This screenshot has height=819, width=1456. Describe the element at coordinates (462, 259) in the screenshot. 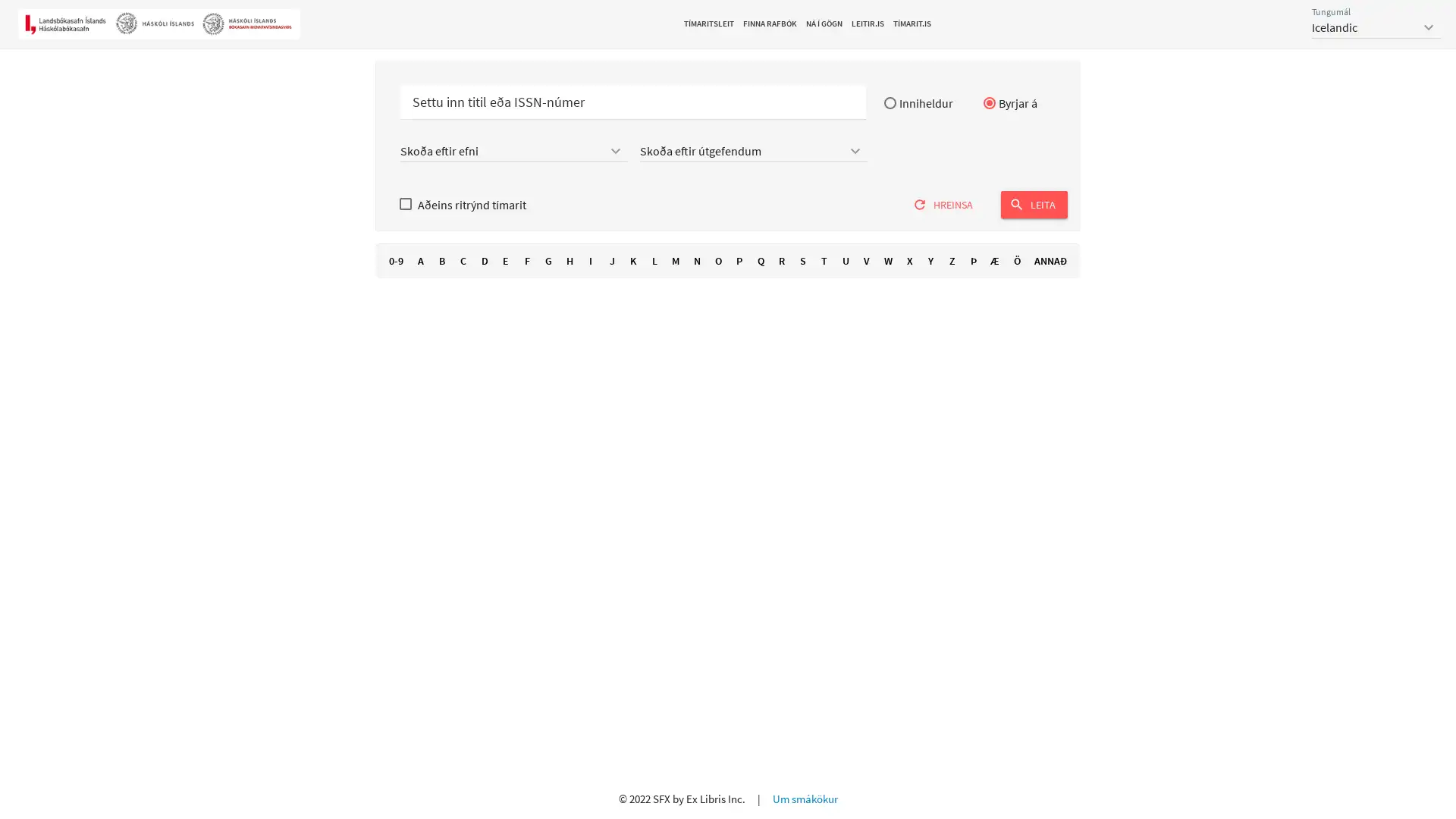

I see `C` at that location.